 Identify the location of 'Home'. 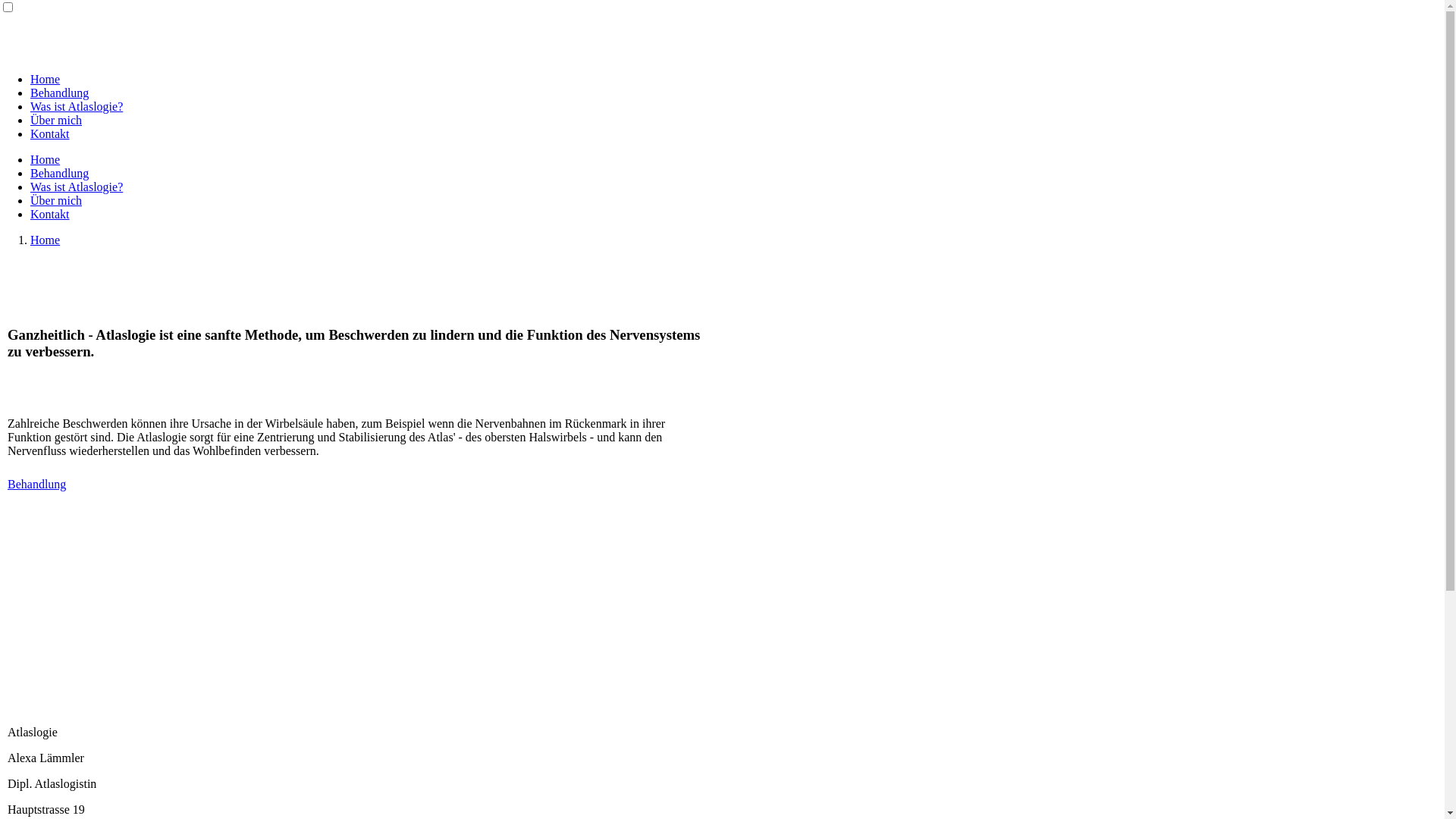
(45, 239).